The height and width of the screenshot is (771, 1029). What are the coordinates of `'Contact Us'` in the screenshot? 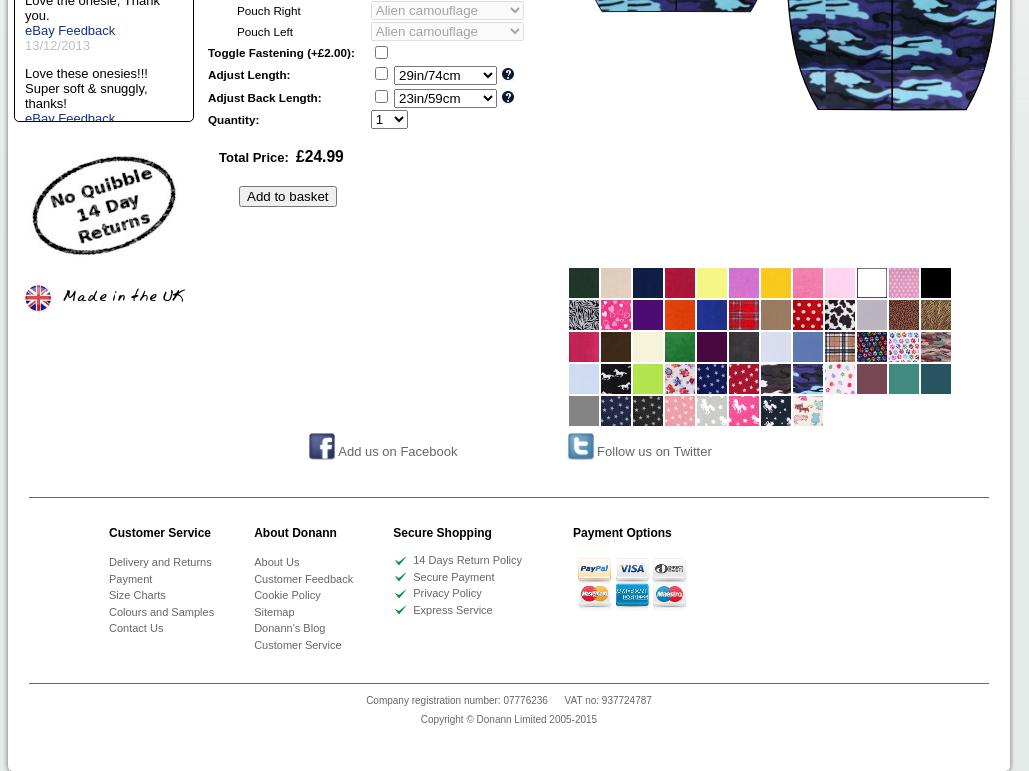 It's located at (135, 626).